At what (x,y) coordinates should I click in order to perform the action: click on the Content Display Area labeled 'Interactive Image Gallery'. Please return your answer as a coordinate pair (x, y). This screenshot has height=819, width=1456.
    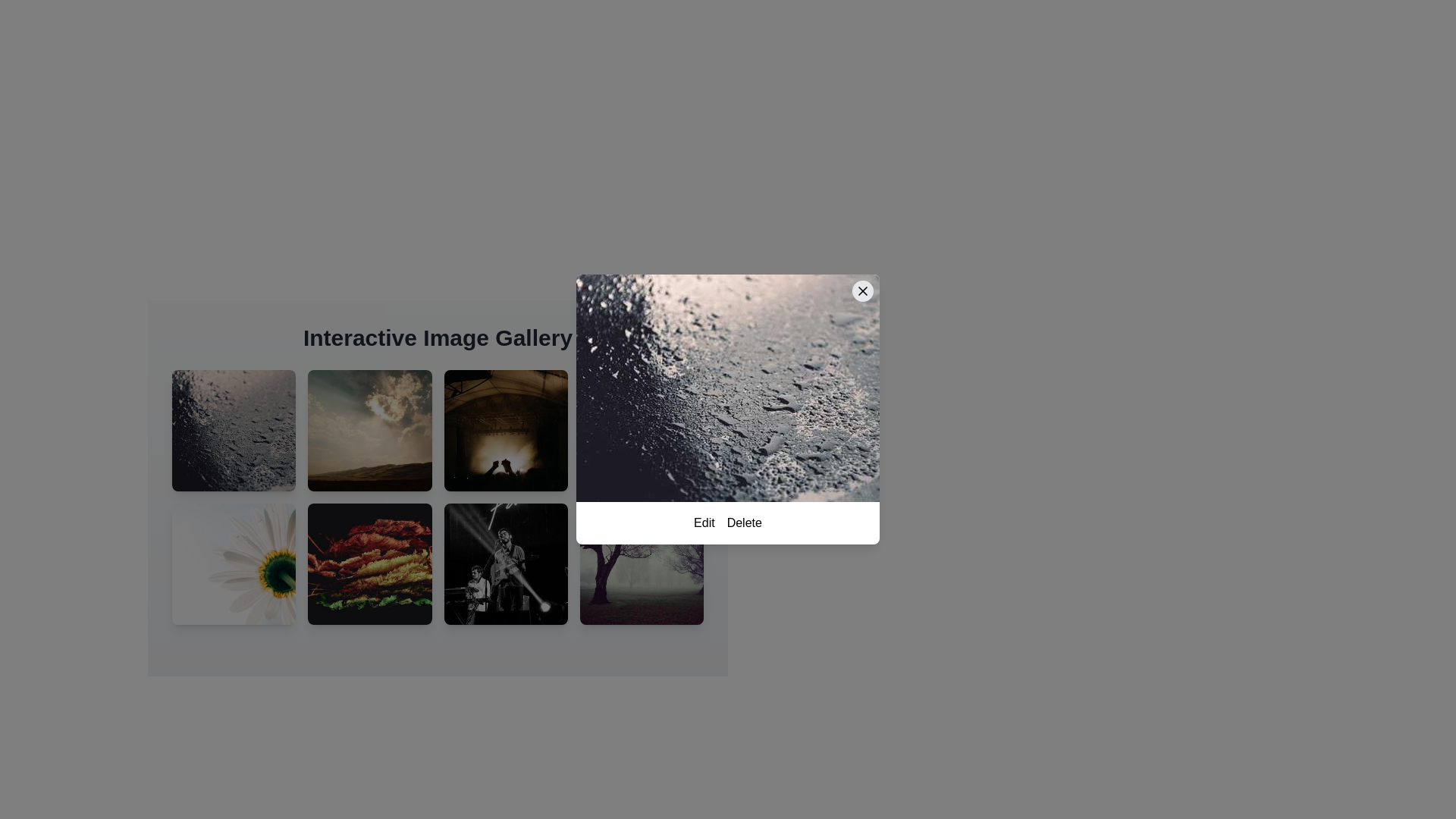
    Looking at the image, I should click on (437, 479).